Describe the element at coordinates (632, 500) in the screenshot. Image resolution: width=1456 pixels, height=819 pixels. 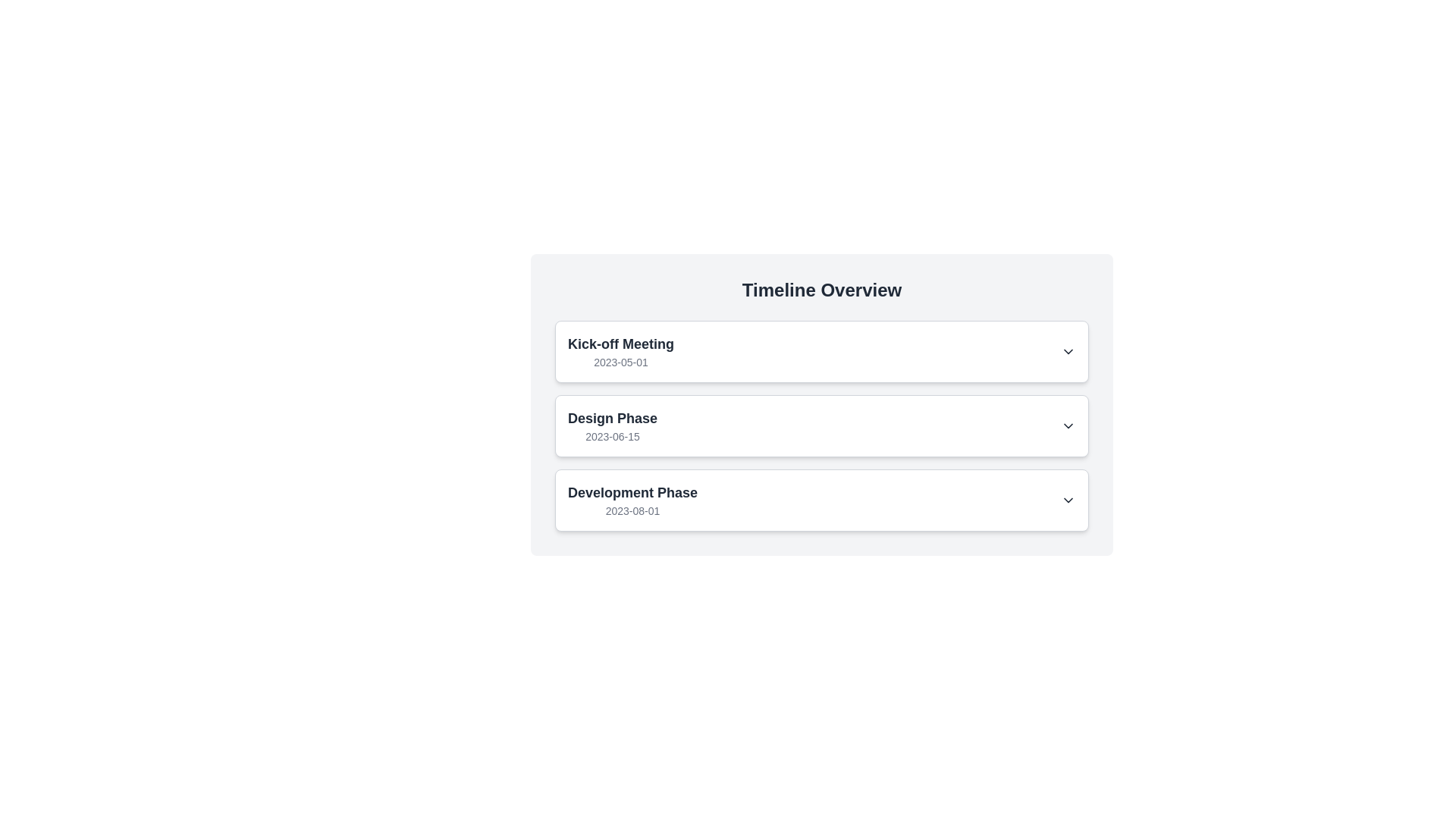
I see `the Static informational text block displaying 'Development Phase' and its date '2023-08-01', which is the third card in the vertically stacked list under 'Timeline Overview'` at that location.